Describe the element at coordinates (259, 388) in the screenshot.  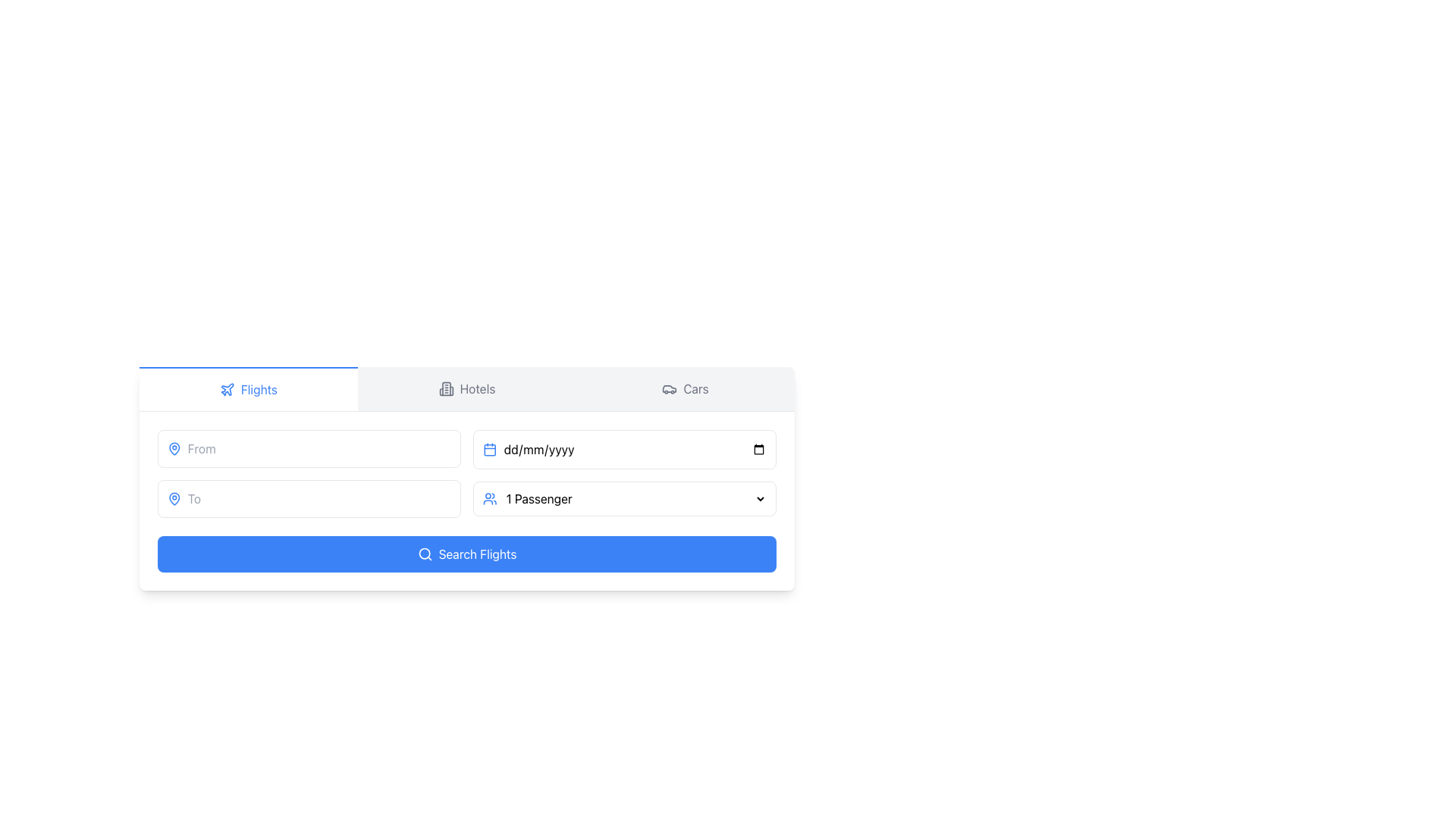
I see `the 'Flights' label in the navigation bar, which is located between the airplane icon and the 'Hotels' tab` at that location.